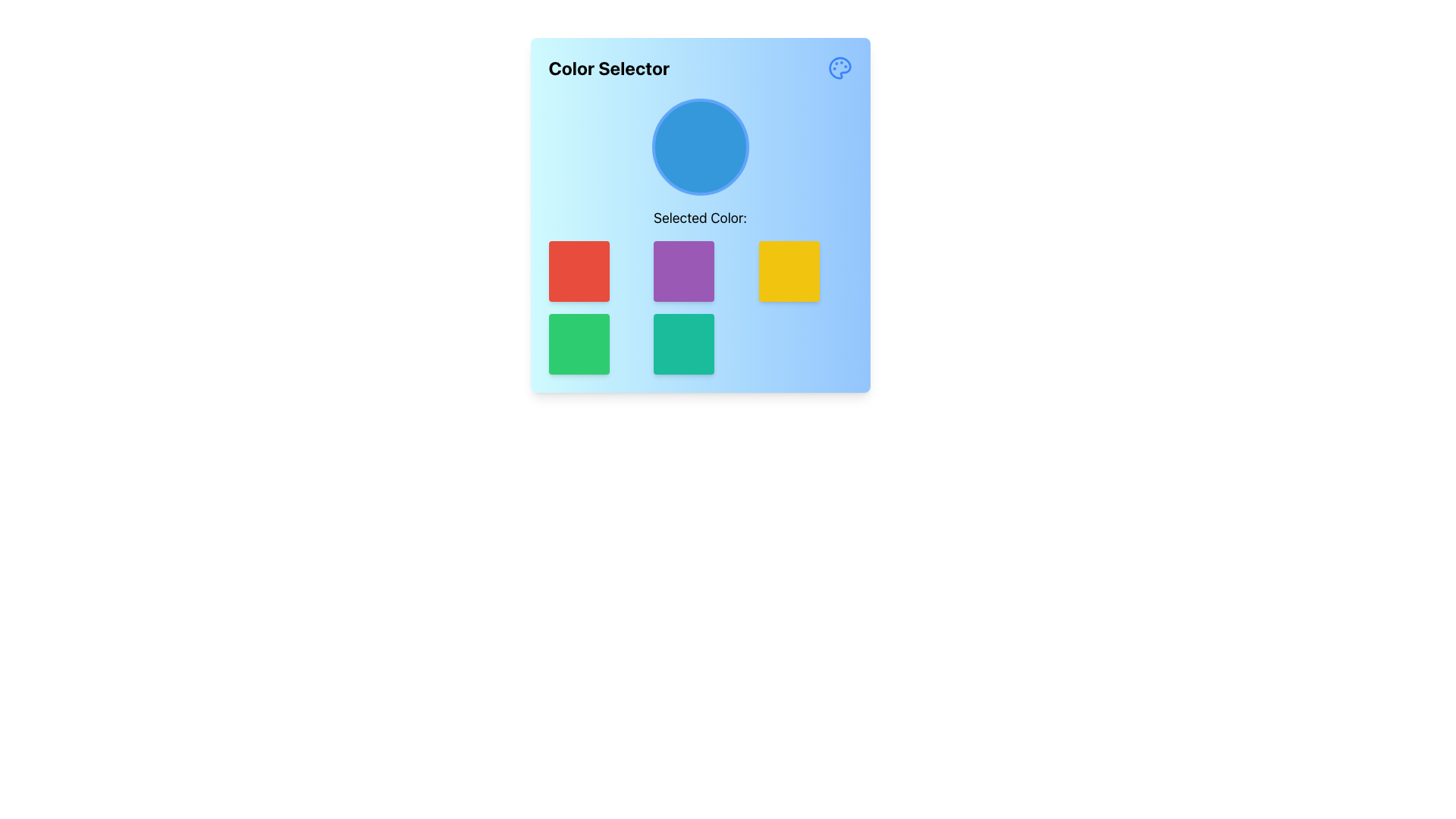  I want to click on green visual color indicator with rounded corners located in the first square of the second row in a three-column grid layout using developer tools, so click(593, 344).